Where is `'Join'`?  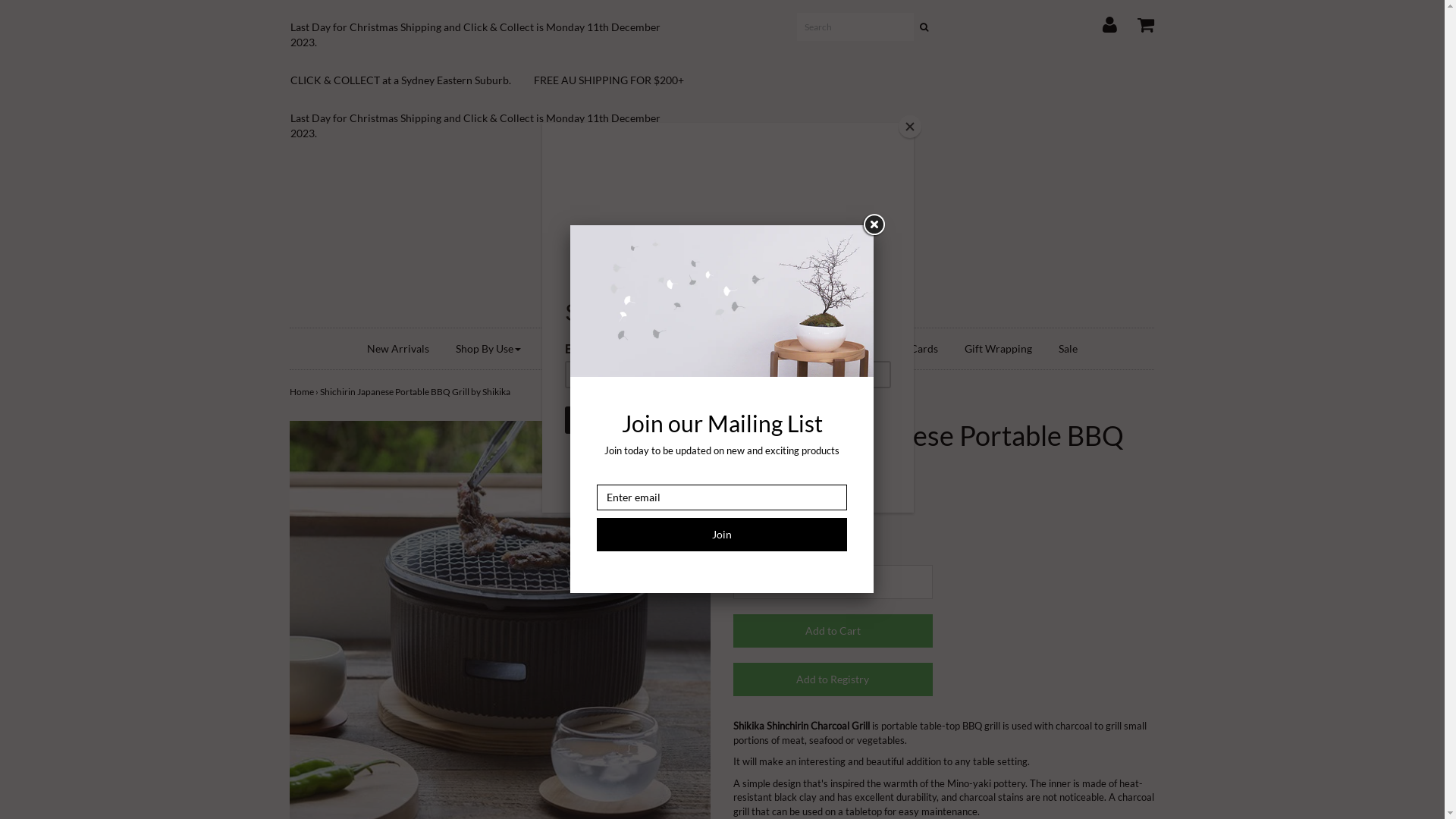 'Join' is located at coordinates (720, 534).